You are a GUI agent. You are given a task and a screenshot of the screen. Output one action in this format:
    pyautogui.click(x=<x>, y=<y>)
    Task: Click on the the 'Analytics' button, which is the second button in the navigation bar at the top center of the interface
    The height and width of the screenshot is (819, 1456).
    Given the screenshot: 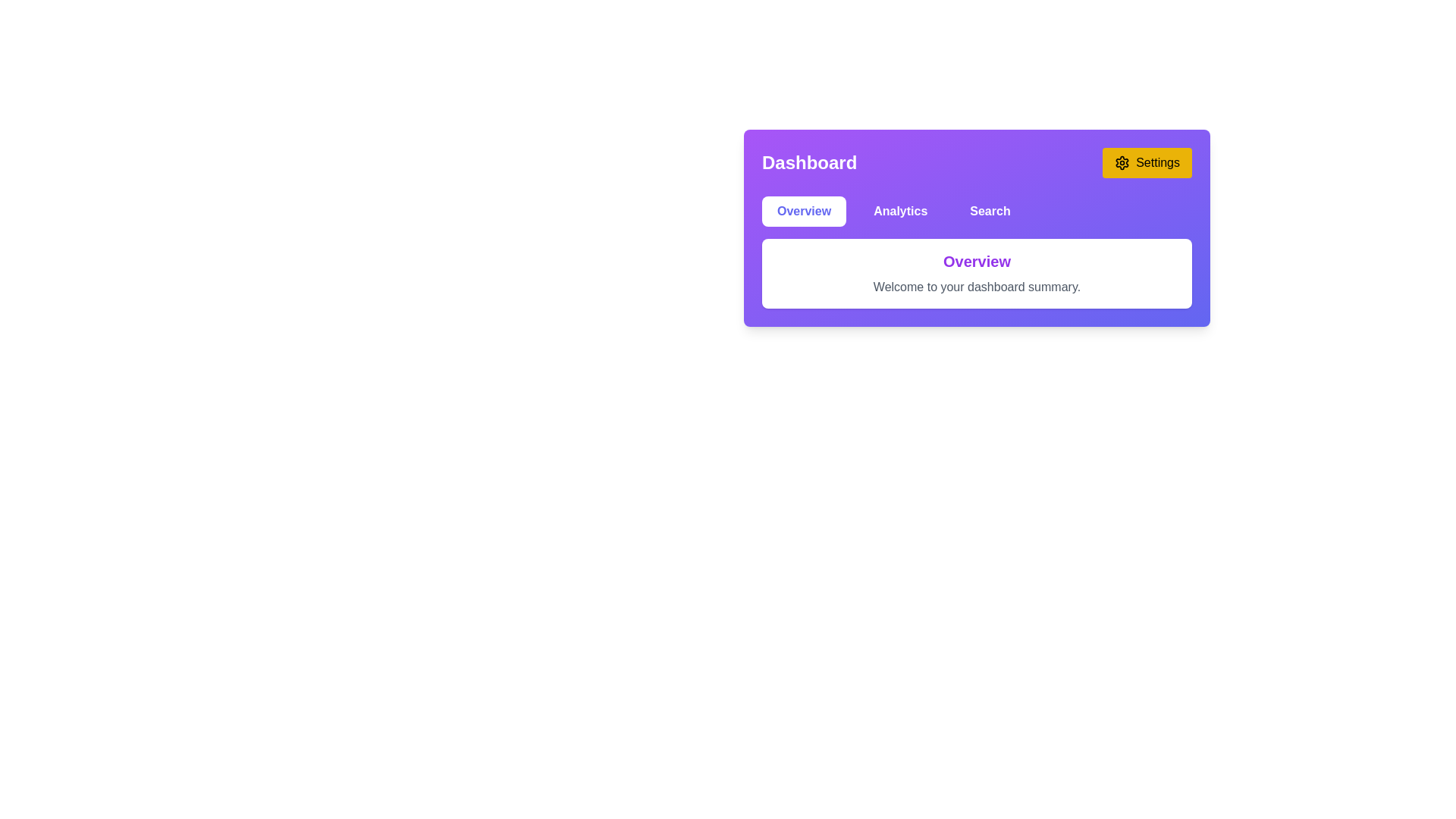 What is the action you would take?
    pyautogui.click(x=900, y=211)
    